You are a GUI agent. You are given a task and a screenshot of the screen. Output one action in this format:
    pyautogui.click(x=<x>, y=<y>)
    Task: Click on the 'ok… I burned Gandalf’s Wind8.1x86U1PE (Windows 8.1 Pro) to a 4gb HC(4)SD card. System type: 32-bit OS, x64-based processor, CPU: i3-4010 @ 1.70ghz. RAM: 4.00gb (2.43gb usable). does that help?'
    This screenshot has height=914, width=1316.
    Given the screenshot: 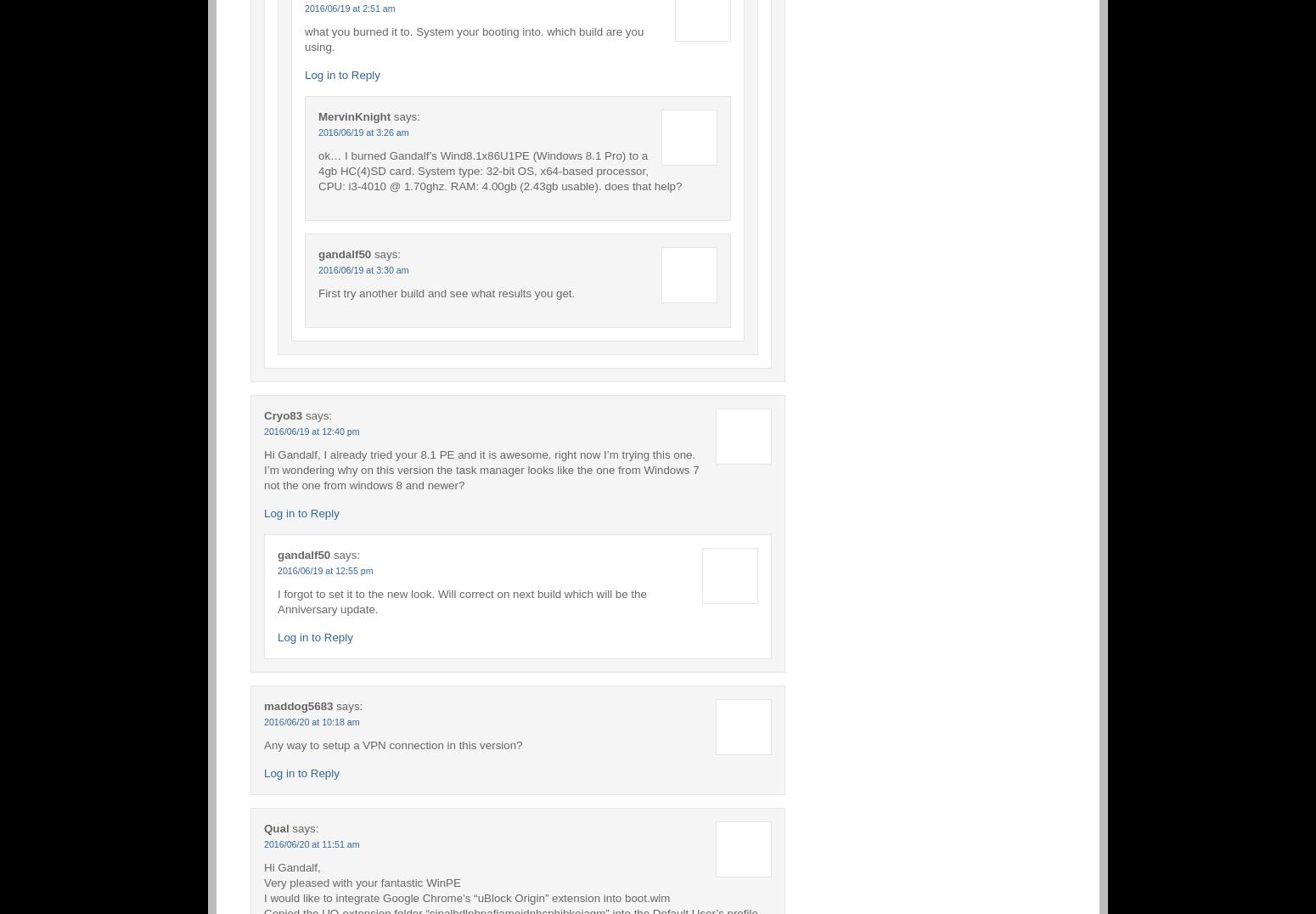 What is the action you would take?
    pyautogui.click(x=317, y=169)
    